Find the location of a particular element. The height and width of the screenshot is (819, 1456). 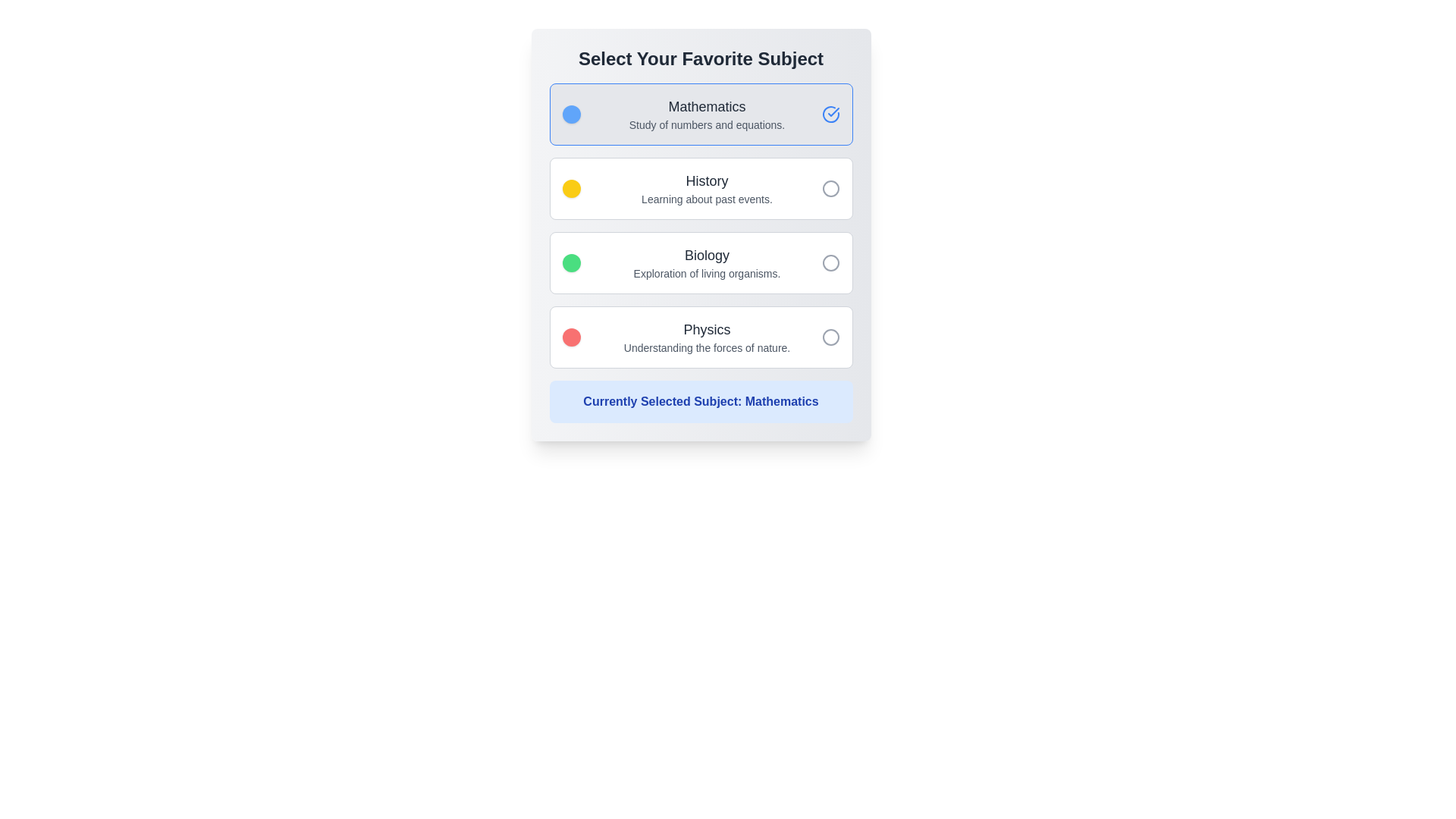

the 'Mathematics' label, which is styled with a larger font size and dark gray color, located within a card-like selection component at the top of a selectable list is located at coordinates (706, 106).